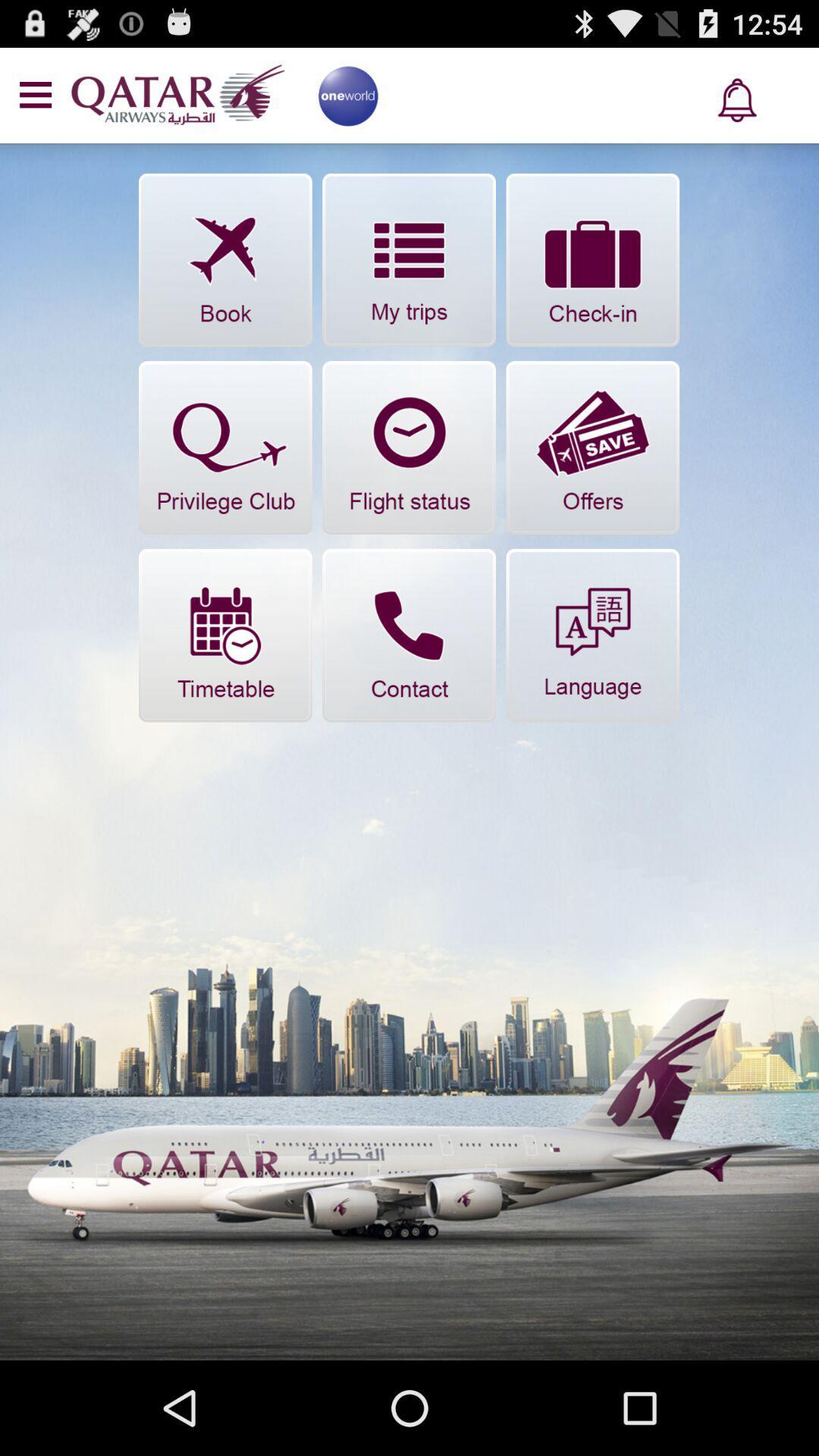  What do you see at coordinates (591, 260) in the screenshot?
I see `check in to your flight` at bounding box center [591, 260].